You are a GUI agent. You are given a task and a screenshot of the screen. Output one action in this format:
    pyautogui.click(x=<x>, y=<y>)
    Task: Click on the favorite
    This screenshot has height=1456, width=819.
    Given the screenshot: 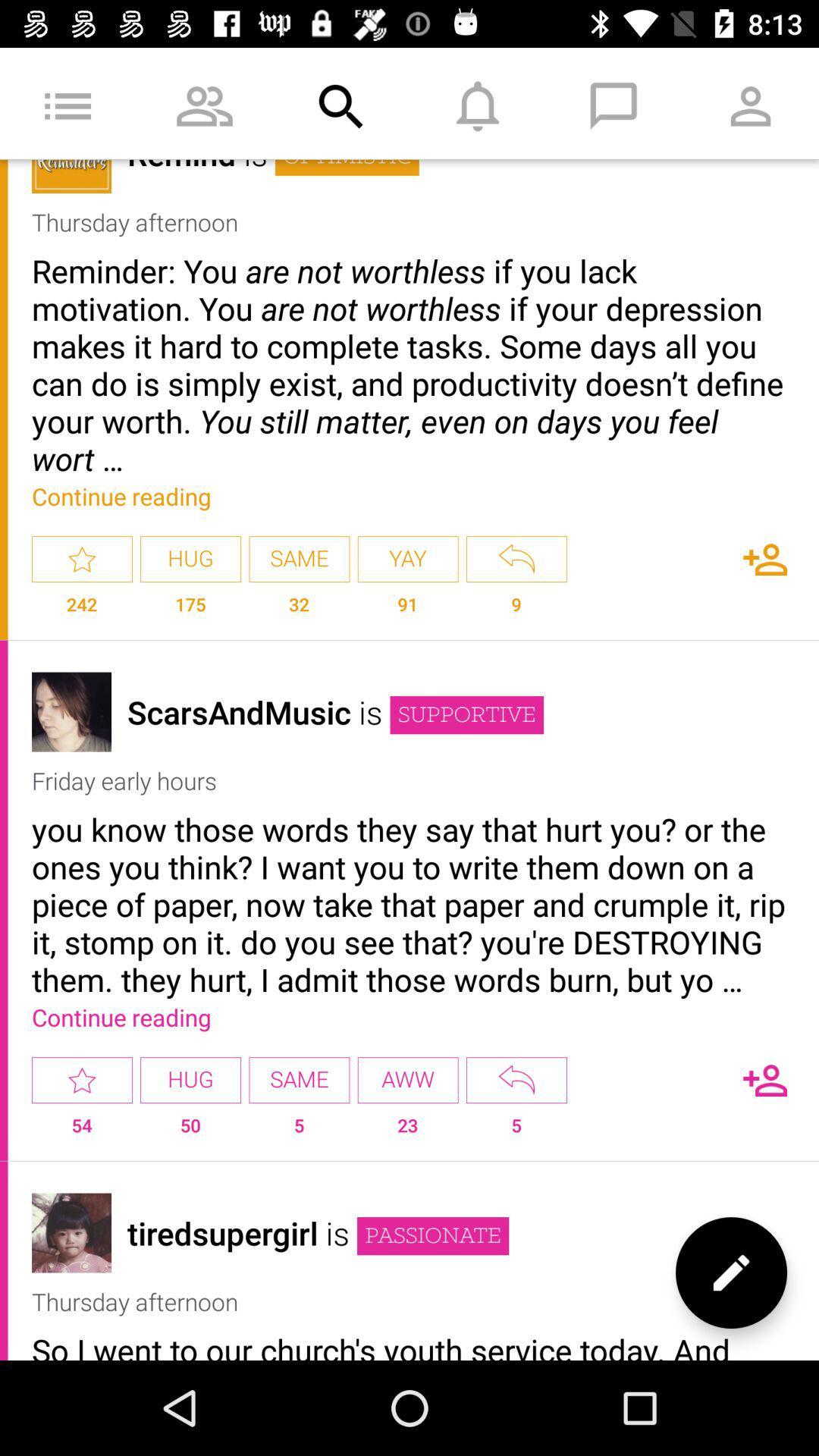 What is the action you would take?
    pyautogui.click(x=82, y=558)
    